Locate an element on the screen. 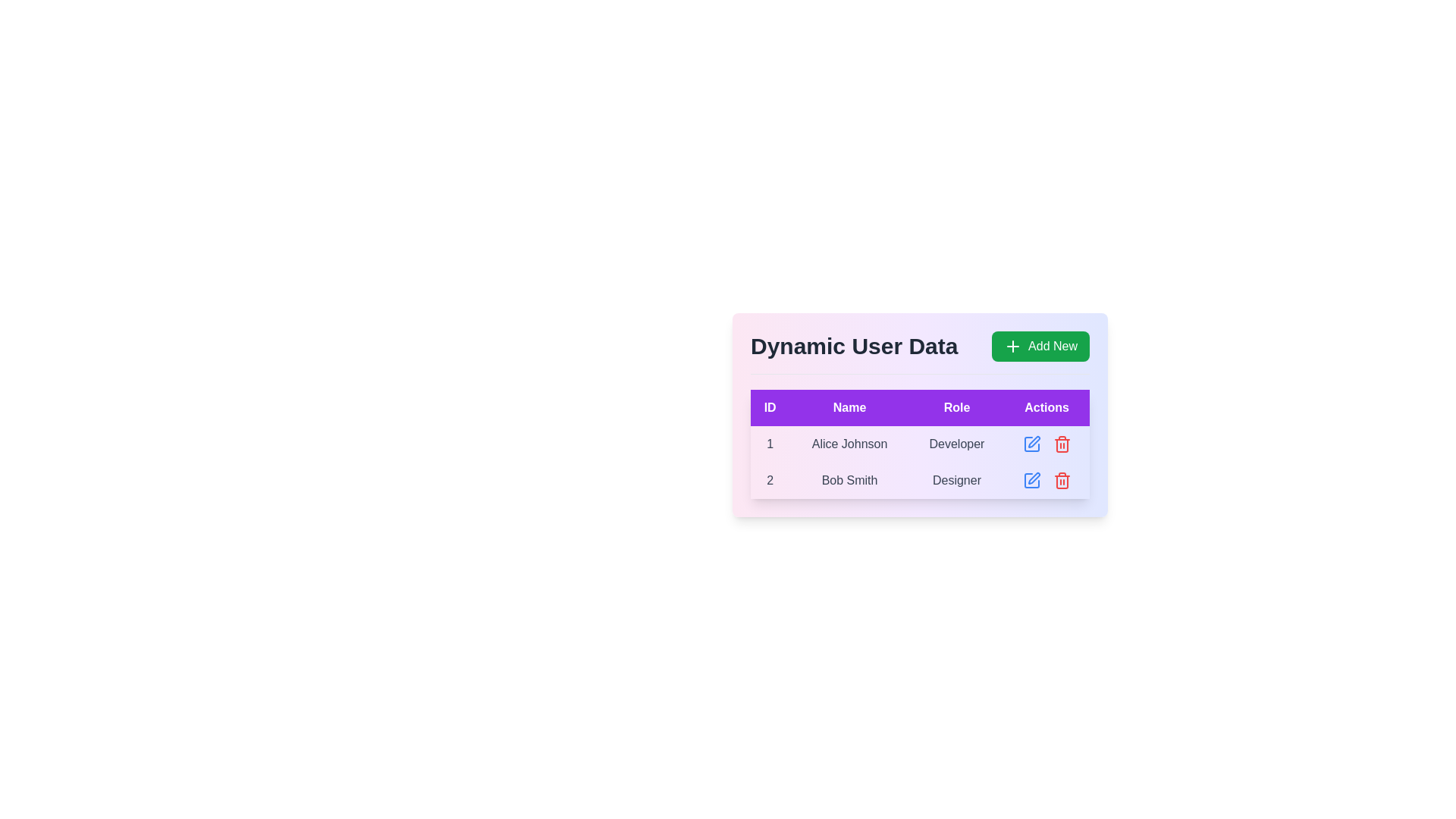 This screenshot has height=819, width=1456. text label 'Add New' which is a white text on a green button in the top right corner of the section displaying 'Dynamic User Data' is located at coordinates (1052, 346).